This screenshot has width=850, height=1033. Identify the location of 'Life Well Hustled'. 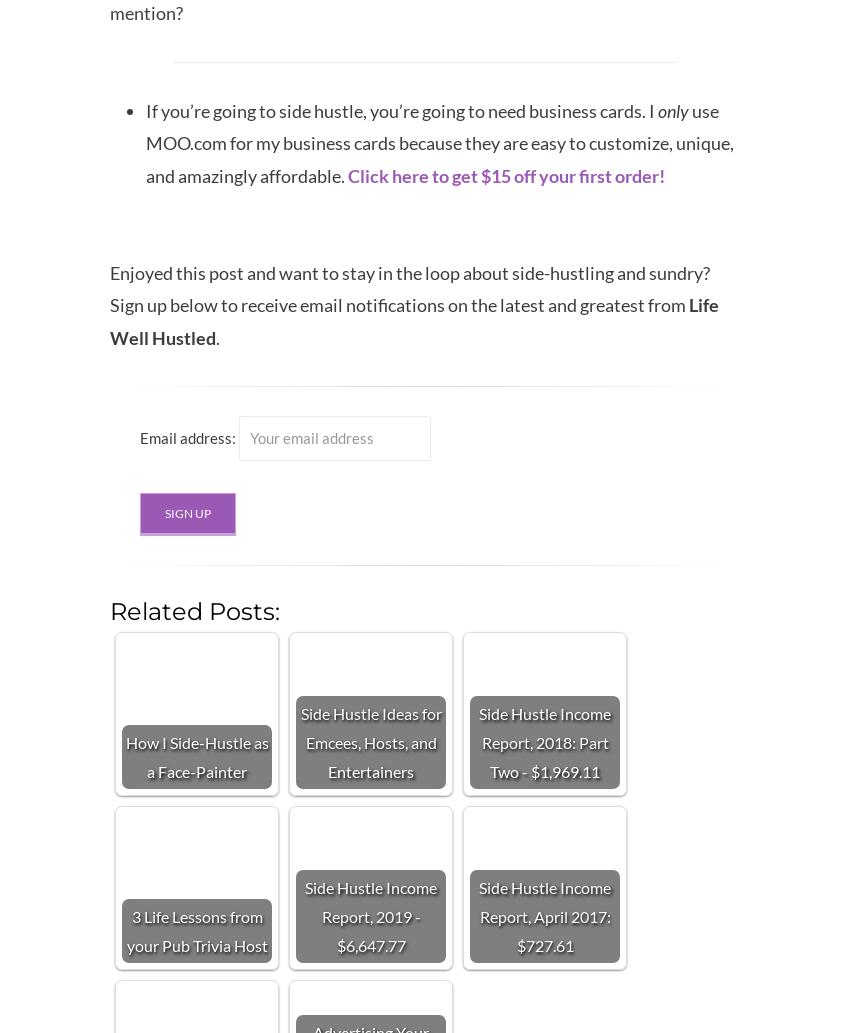
(414, 319).